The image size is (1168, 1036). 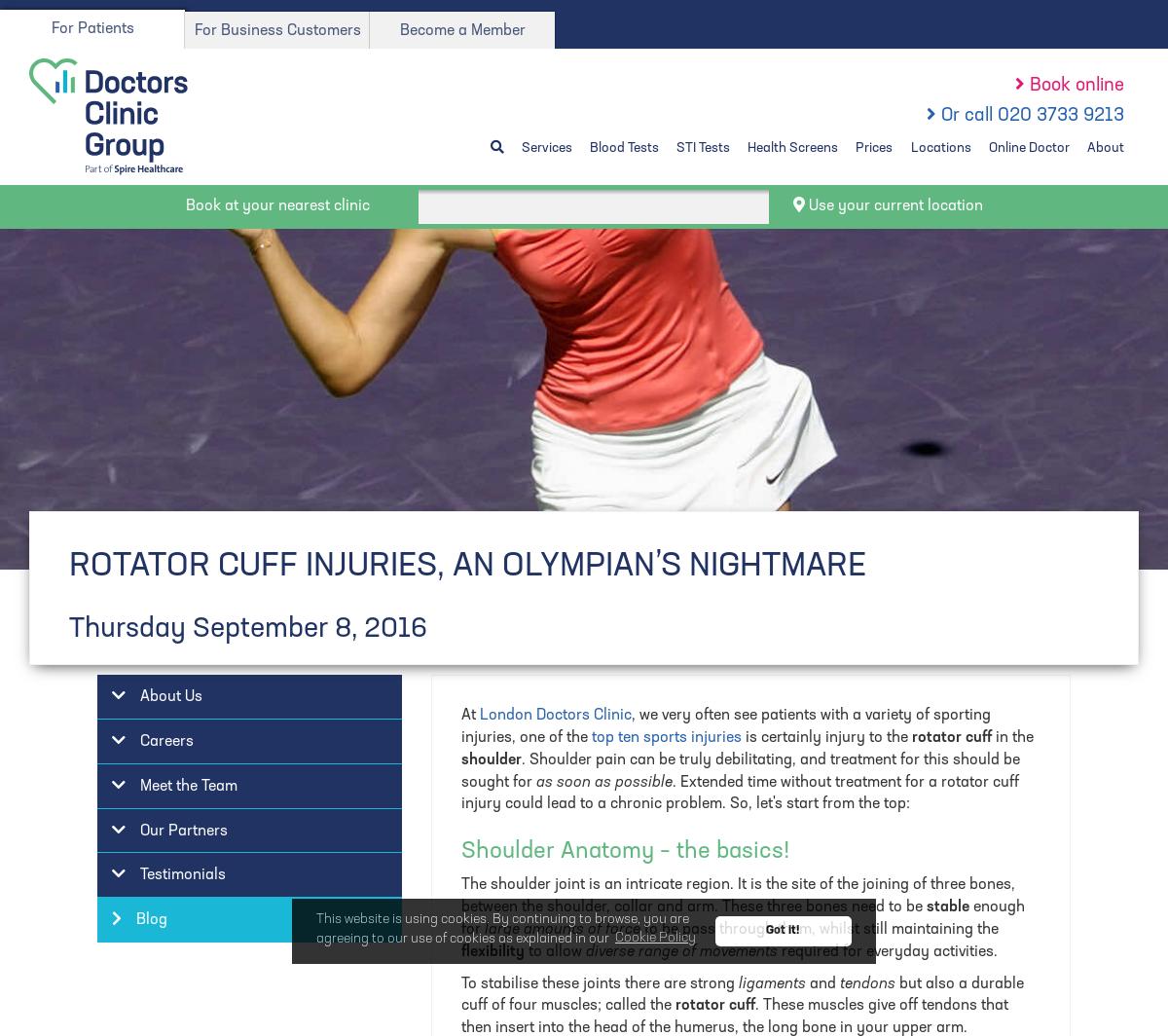 I want to click on 'large amounts of force', so click(x=484, y=928).